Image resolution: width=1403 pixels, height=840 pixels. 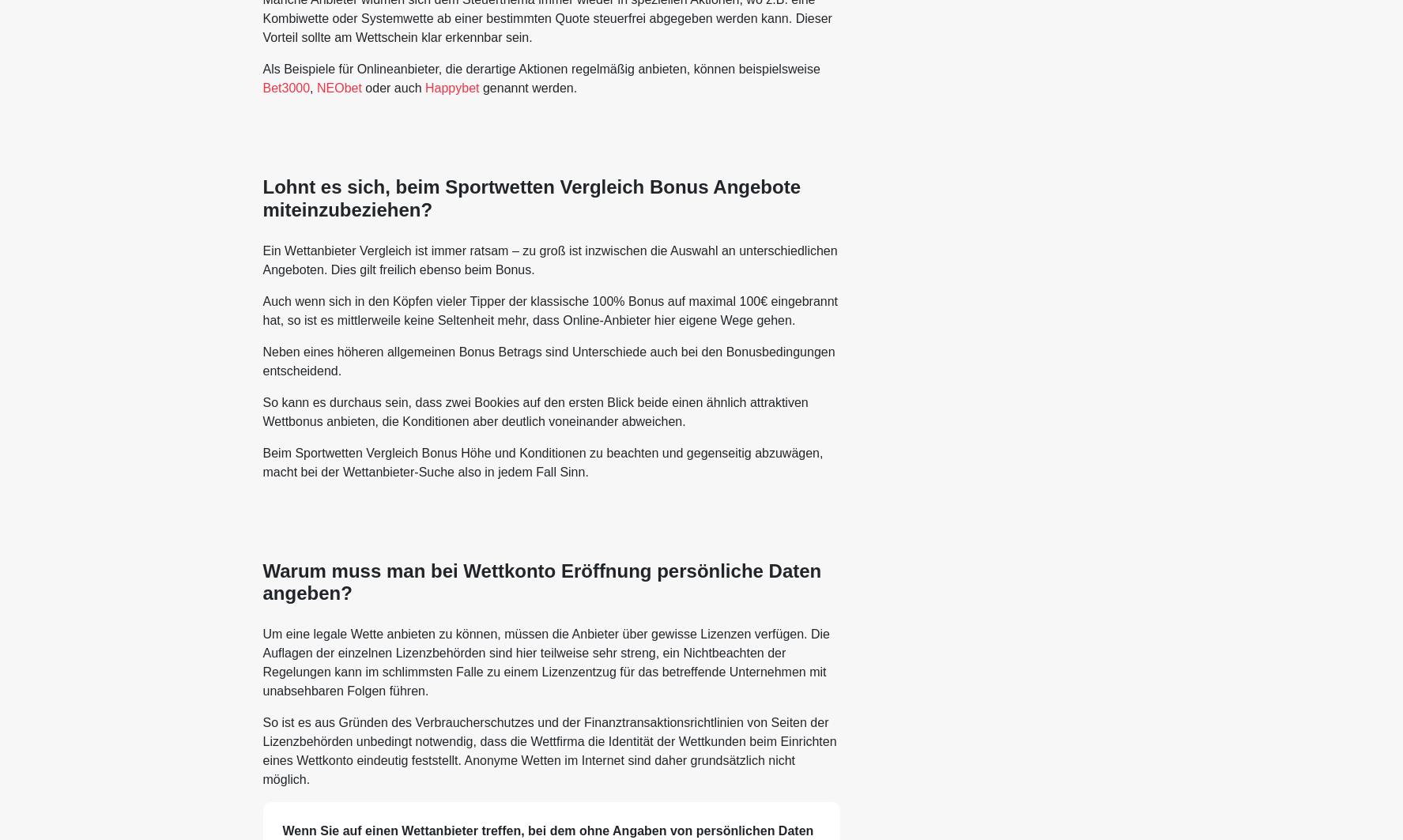 I want to click on 'Beim Sportwetten Vergleich Bonus Höhe und Konditionen zu beachten und gegenseitig abzuwägen, macht bei der Wettanbieter-Suche also in jedem Fall Sinn.', so click(x=261, y=461).